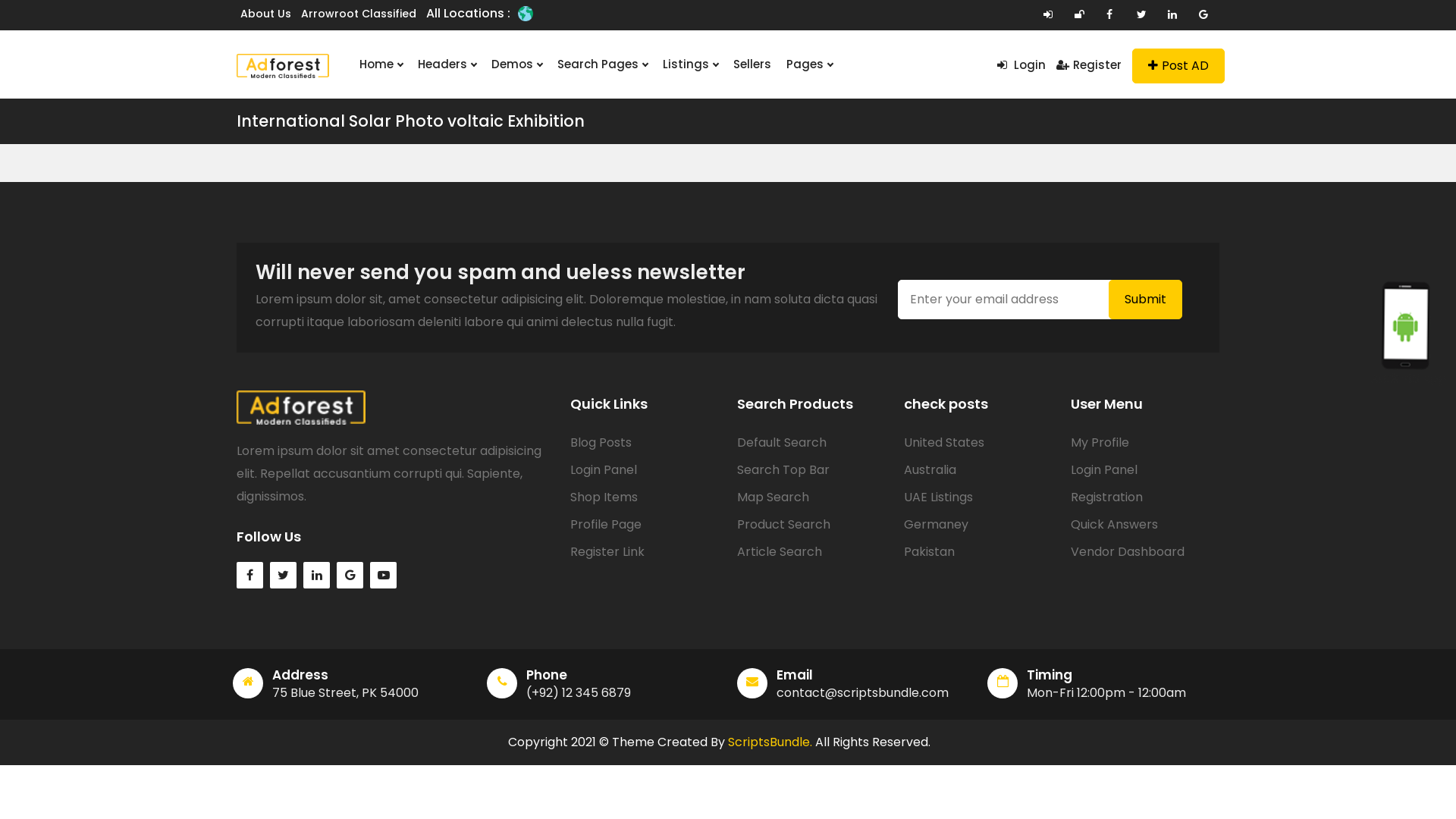 This screenshot has height=819, width=1456. I want to click on 'Shop Items', so click(603, 497).